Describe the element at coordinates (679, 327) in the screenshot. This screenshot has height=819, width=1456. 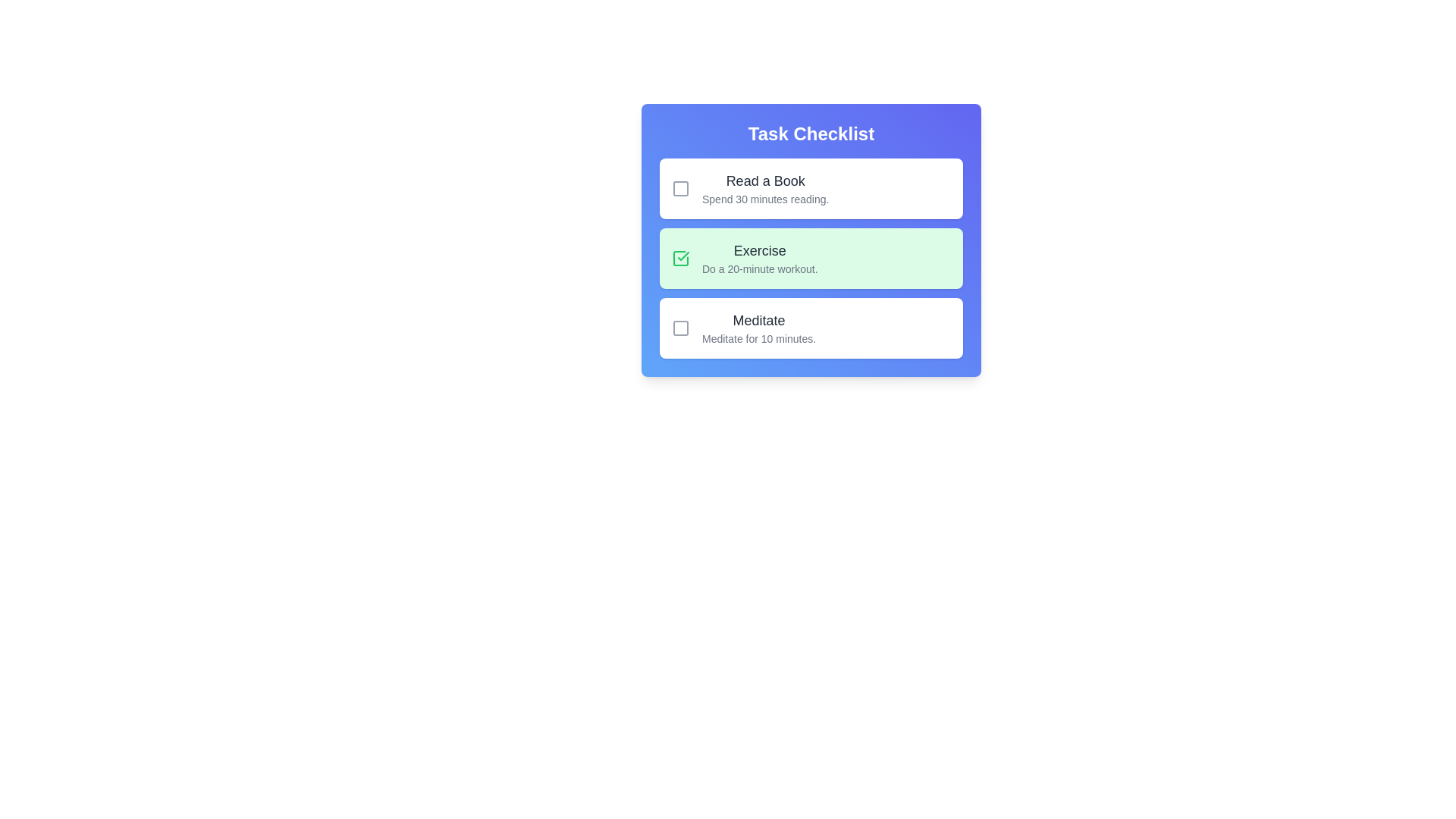
I see `the checkbox icon for task Meditate to determine its completion status` at that location.